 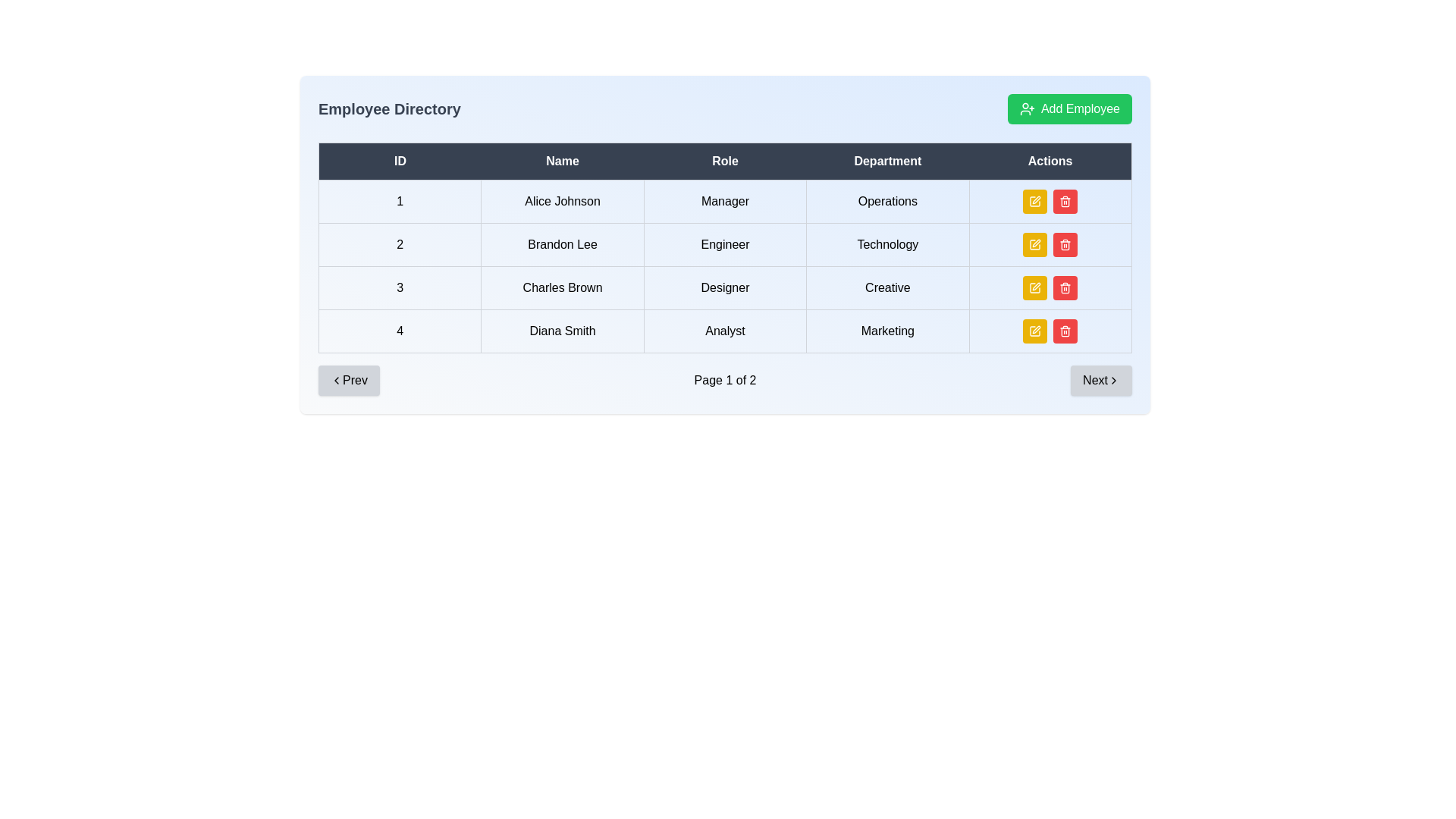 What do you see at coordinates (1034, 288) in the screenshot?
I see `the yellow rectangular button with rounded edges containing a white pen icon in the 'Actions' column of the fourth row to initiate an edit action` at bounding box center [1034, 288].